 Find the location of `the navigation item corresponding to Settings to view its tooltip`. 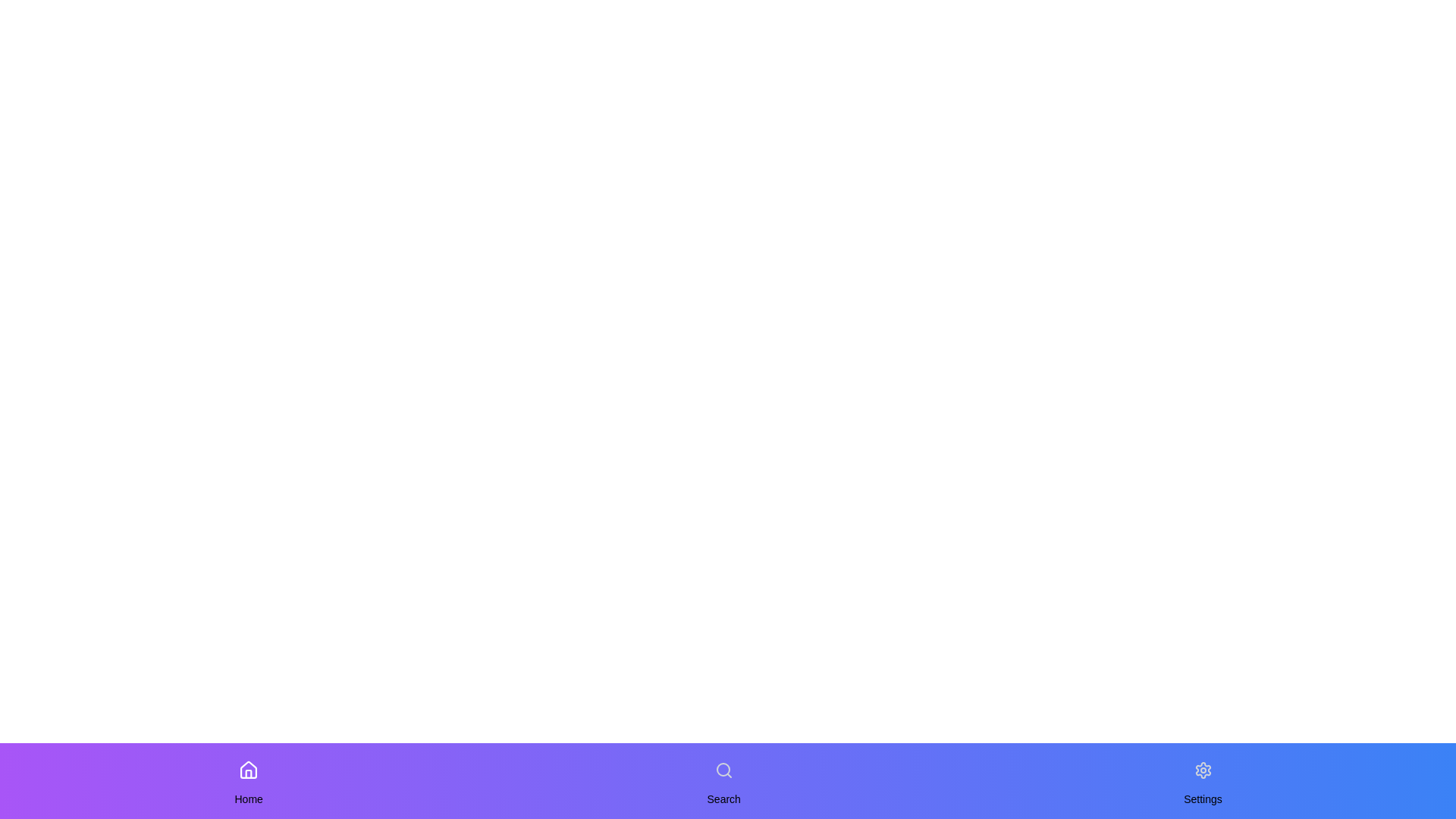

the navigation item corresponding to Settings to view its tooltip is located at coordinates (1202, 770).